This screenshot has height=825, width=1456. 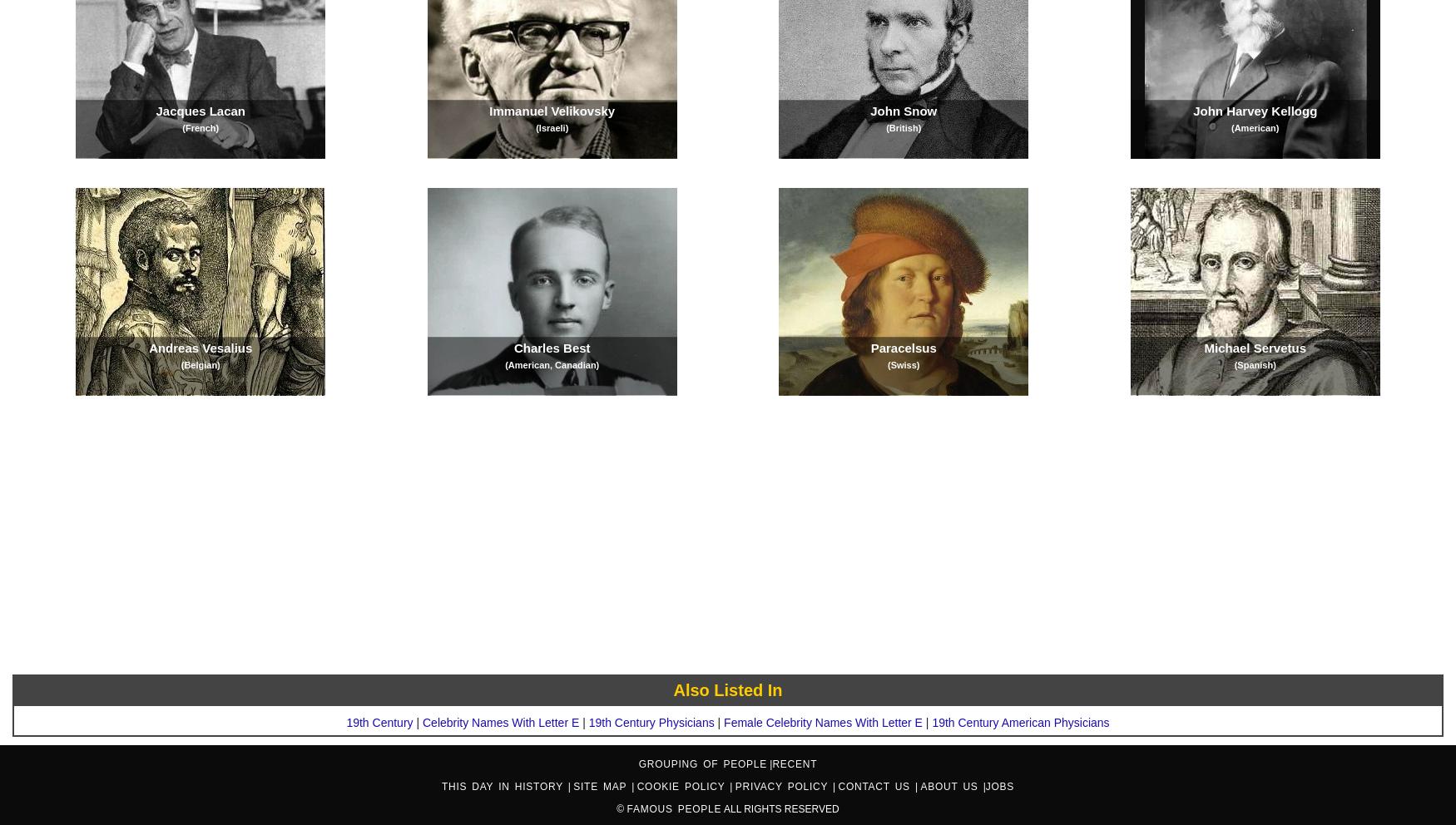 I want to click on 'Celebrity Names With Letter E', so click(x=420, y=721).